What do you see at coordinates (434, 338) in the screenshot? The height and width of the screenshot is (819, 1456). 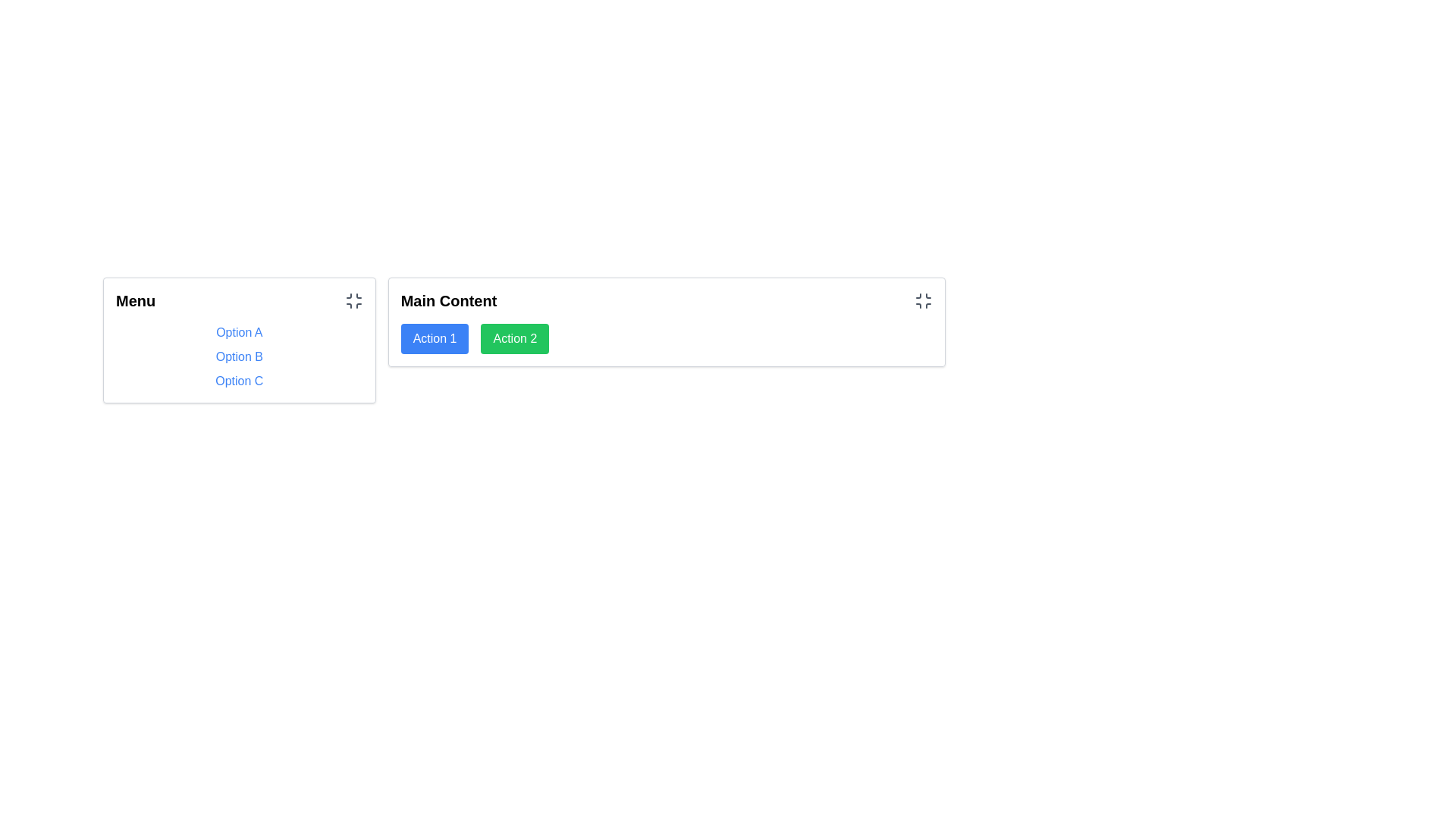 I see `the first button in the Main Content section, labeled 'Action 1'` at bounding box center [434, 338].